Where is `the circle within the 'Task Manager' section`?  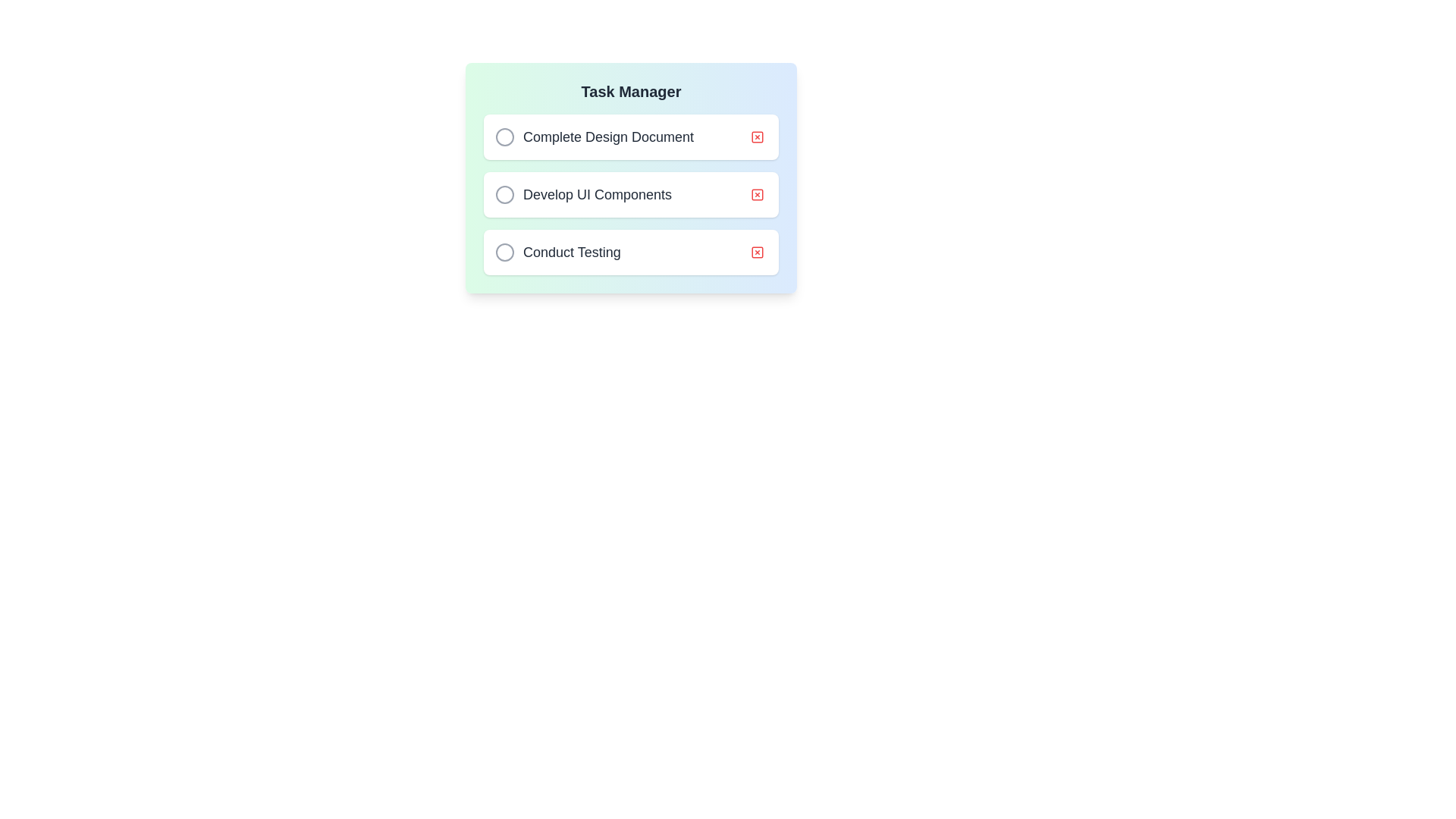 the circle within the 'Task Manager' section is located at coordinates (631, 199).